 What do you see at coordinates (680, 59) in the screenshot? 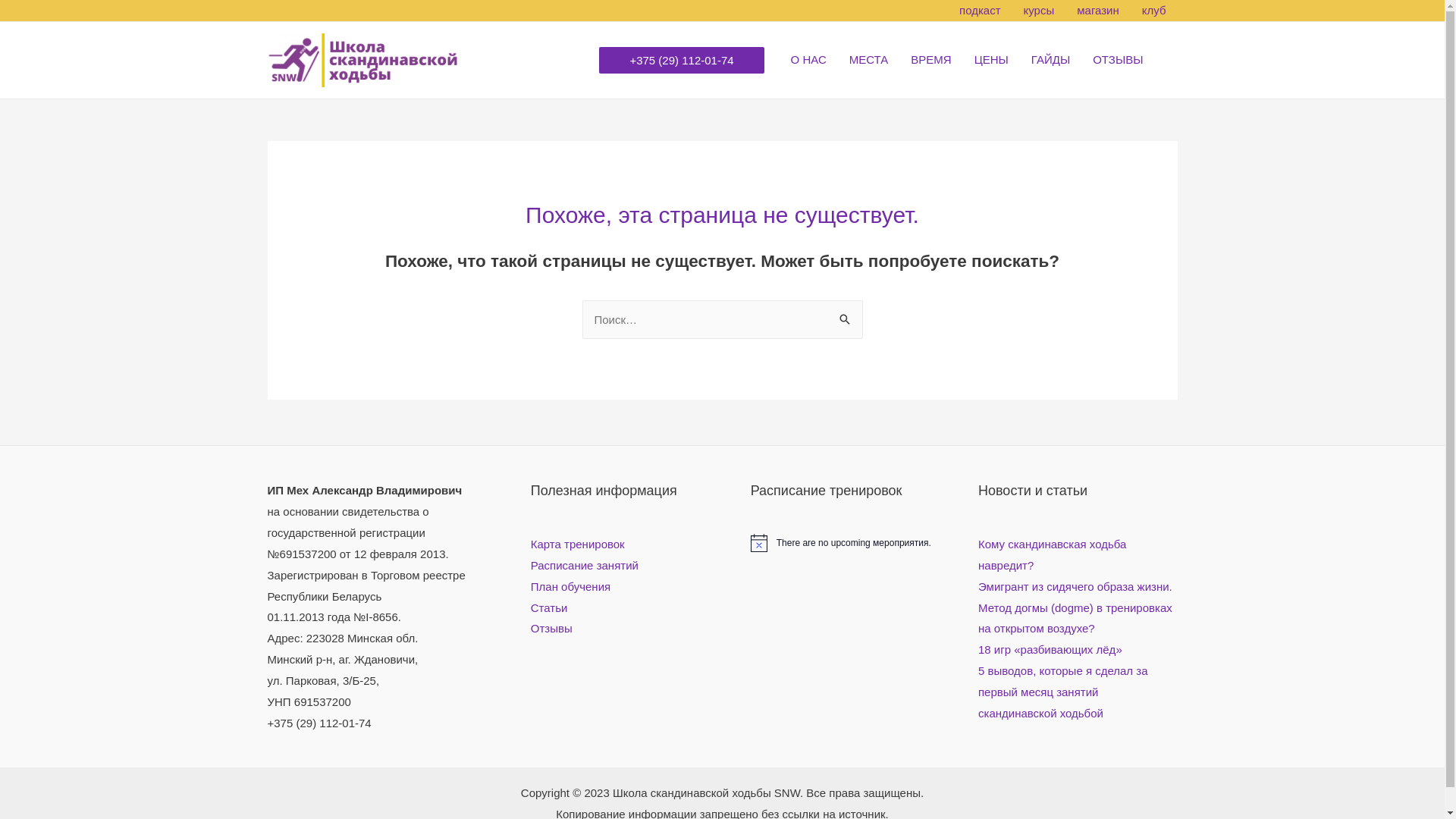
I see `'+375 (29) 112-01-74'` at bounding box center [680, 59].